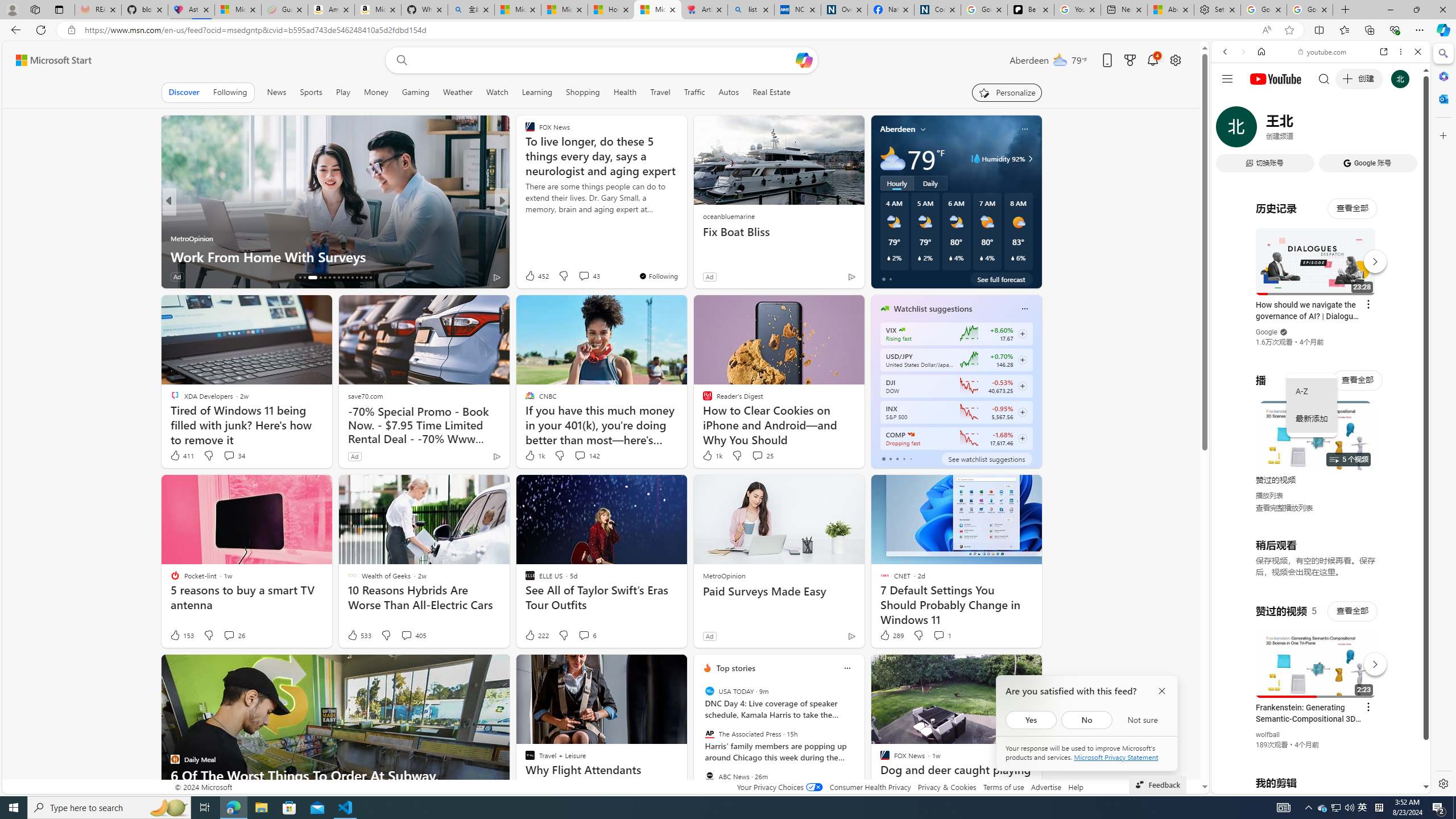  What do you see at coordinates (1116, 756) in the screenshot?
I see `'Microsoft Privacy Statement'` at bounding box center [1116, 756].